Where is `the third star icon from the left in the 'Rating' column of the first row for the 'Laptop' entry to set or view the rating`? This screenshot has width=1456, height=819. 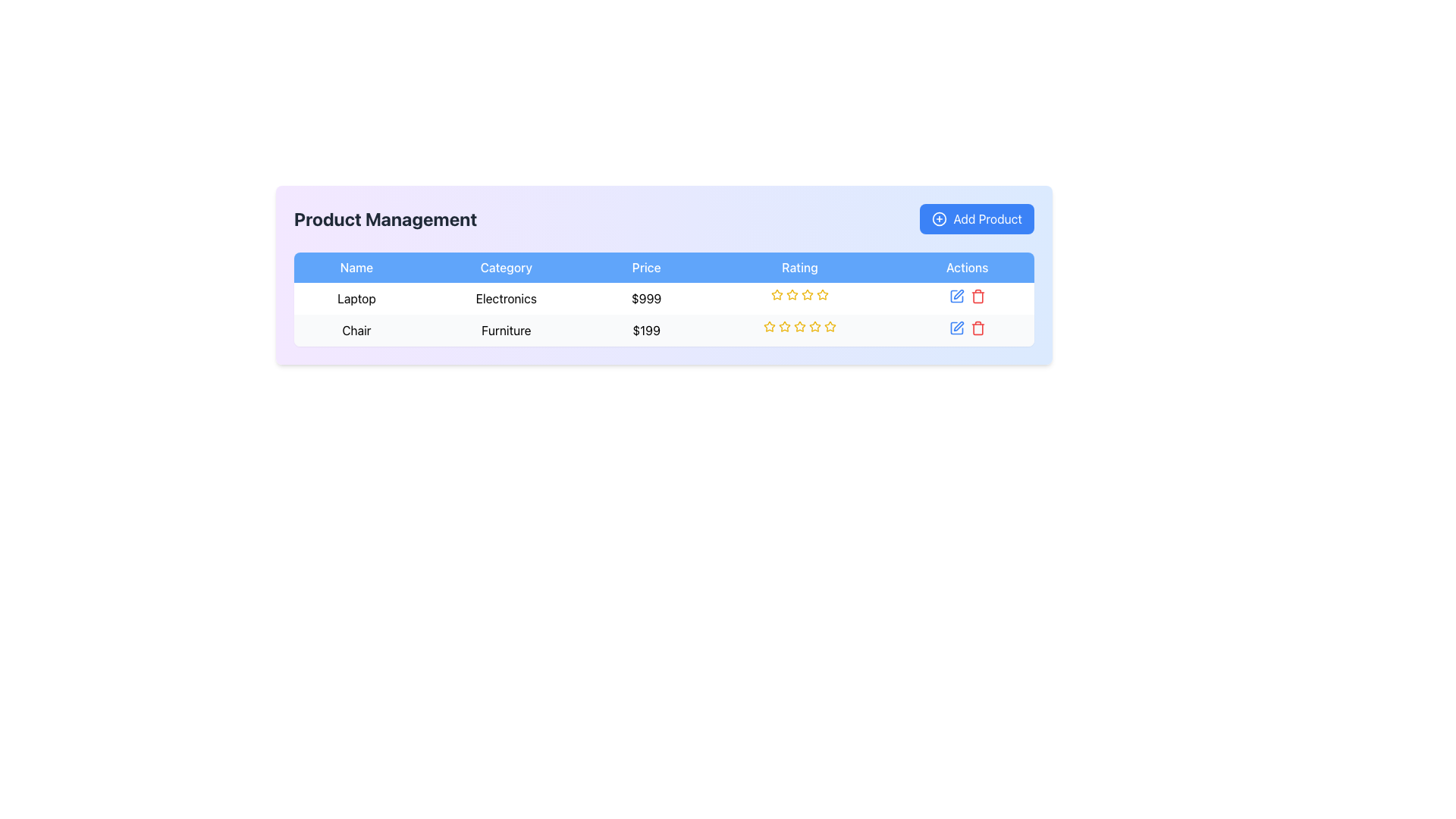
the third star icon from the left in the 'Rating' column of the first row for the 'Laptop' entry to set or view the rating is located at coordinates (792, 295).